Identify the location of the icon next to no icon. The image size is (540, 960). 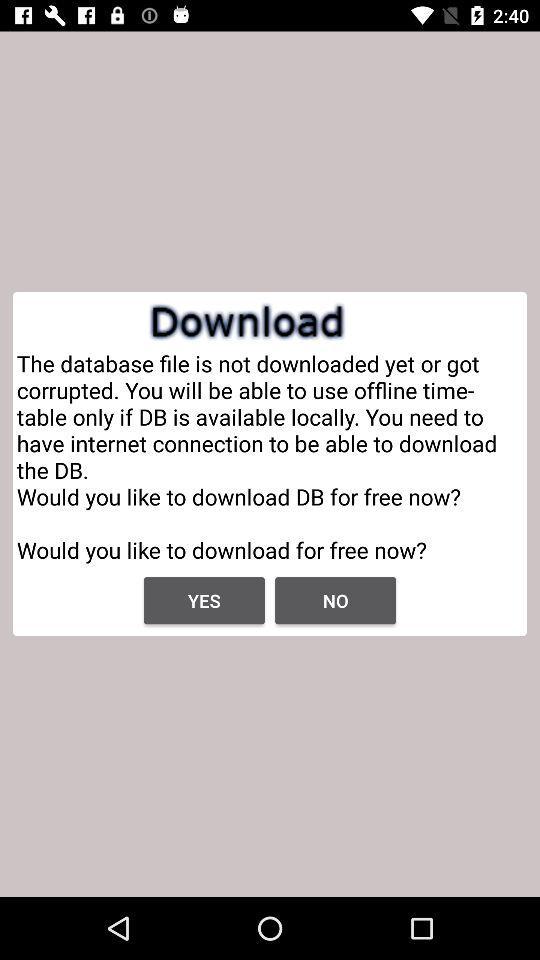
(203, 600).